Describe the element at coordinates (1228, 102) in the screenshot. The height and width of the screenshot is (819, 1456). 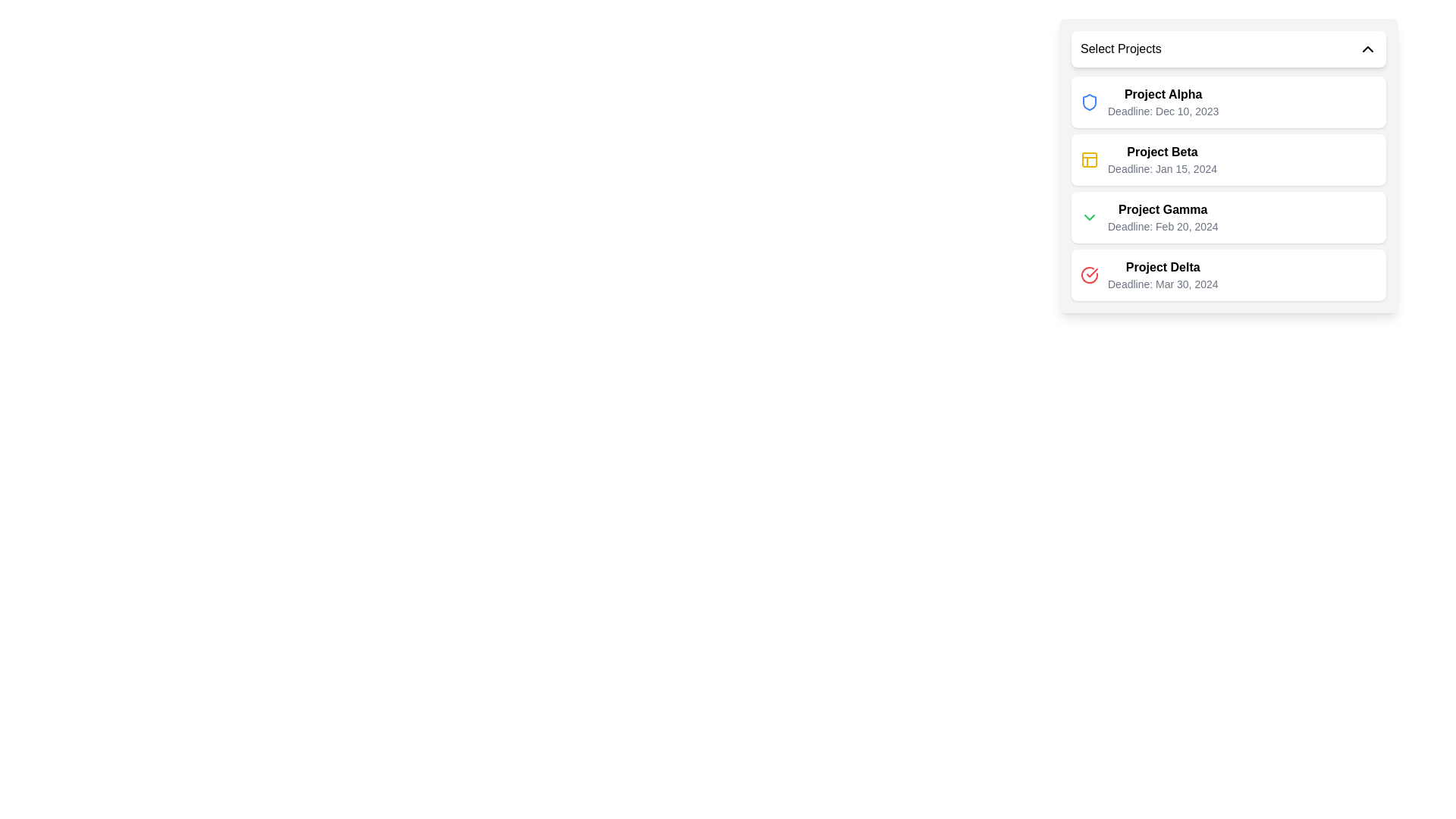
I see `the first list item in the 'Select Projects' dropdown menu that presents key information about 'Project Alpha.'` at that location.